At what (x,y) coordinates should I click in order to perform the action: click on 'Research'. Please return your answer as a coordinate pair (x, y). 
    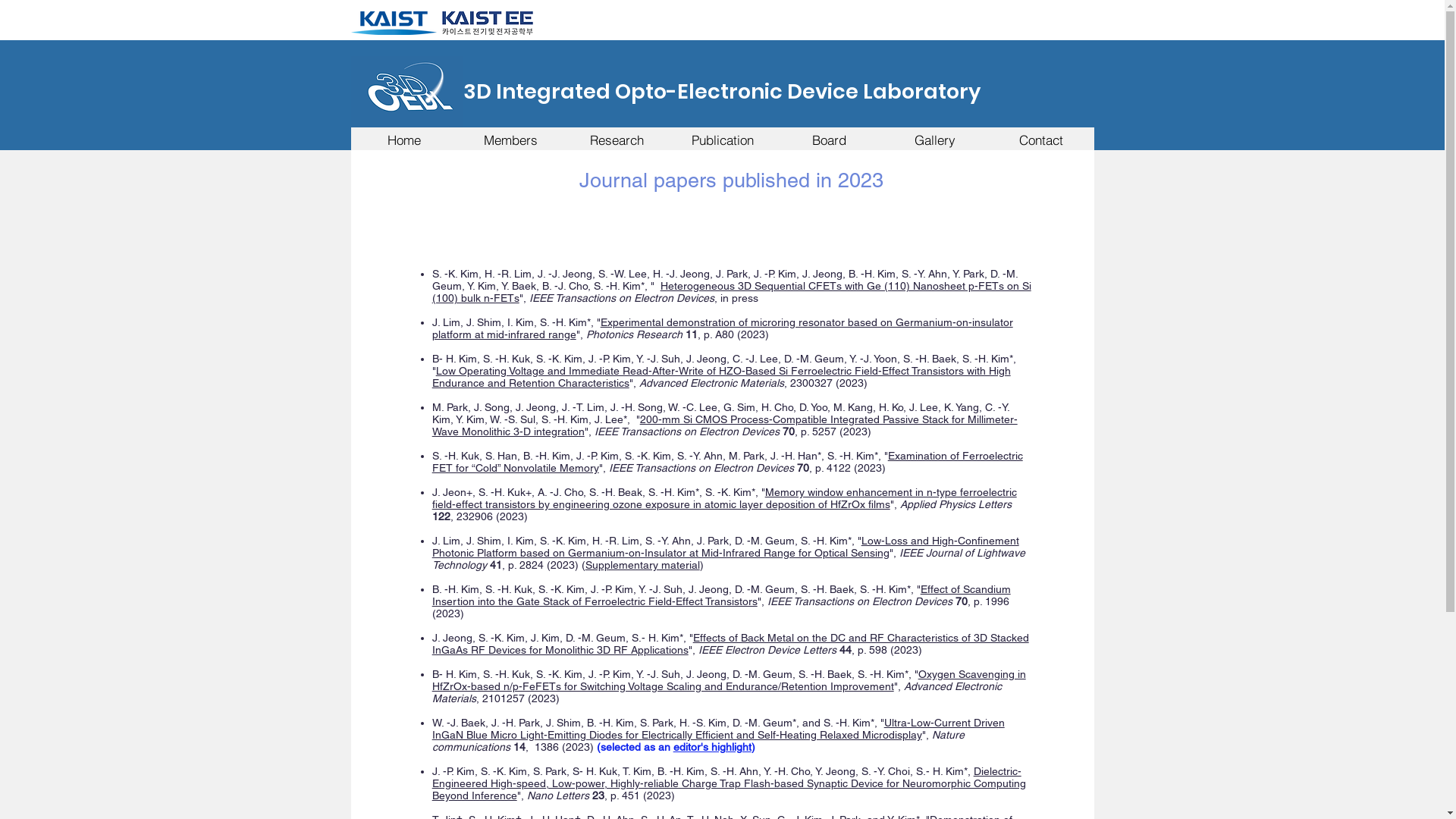
    Looking at the image, I should click on (615, 140).